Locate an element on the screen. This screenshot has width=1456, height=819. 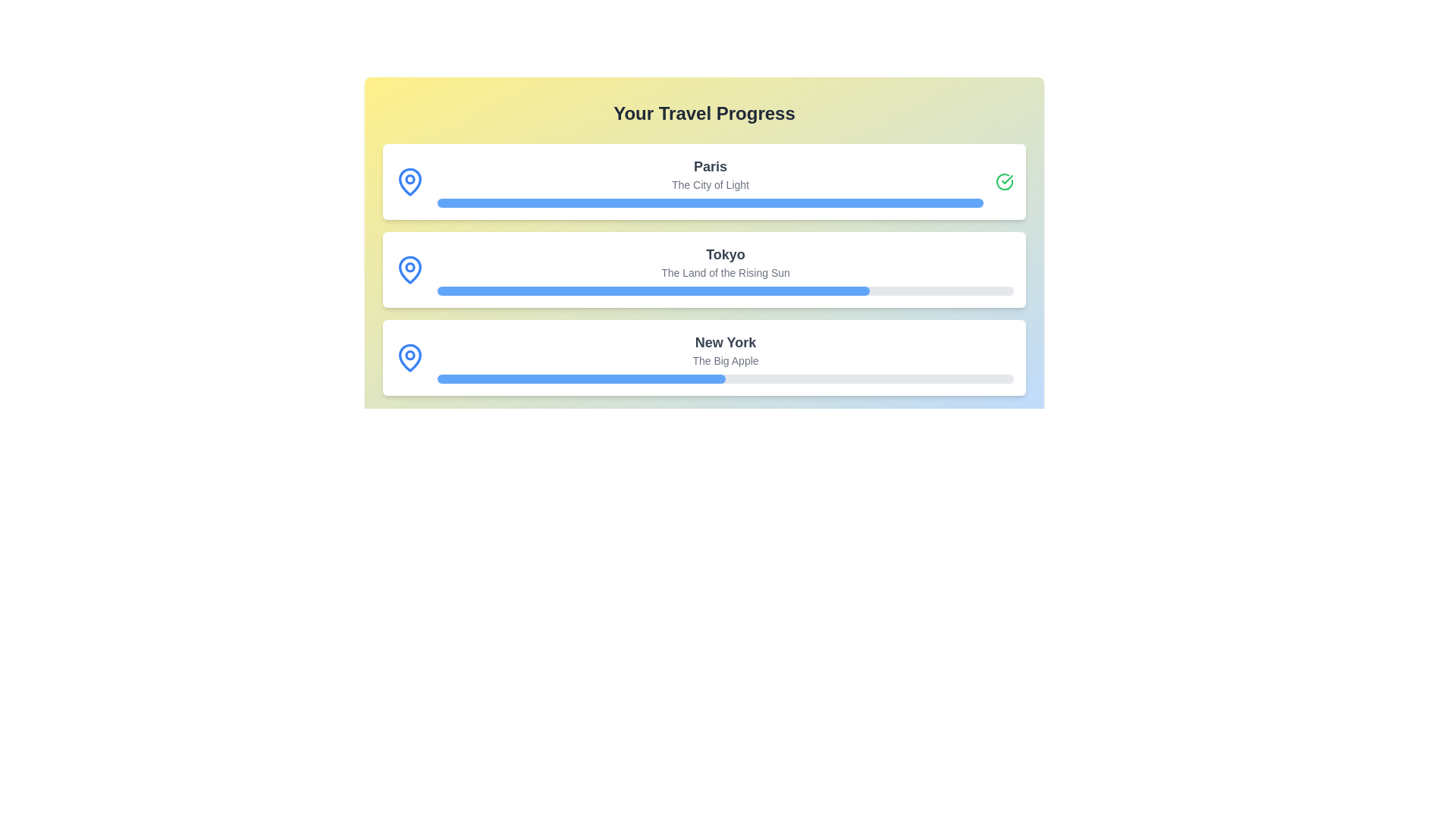
the vertically stacked list of informational cards that represent cities (Paris, Tokyo, New York) is located at coordinates (704, 268).